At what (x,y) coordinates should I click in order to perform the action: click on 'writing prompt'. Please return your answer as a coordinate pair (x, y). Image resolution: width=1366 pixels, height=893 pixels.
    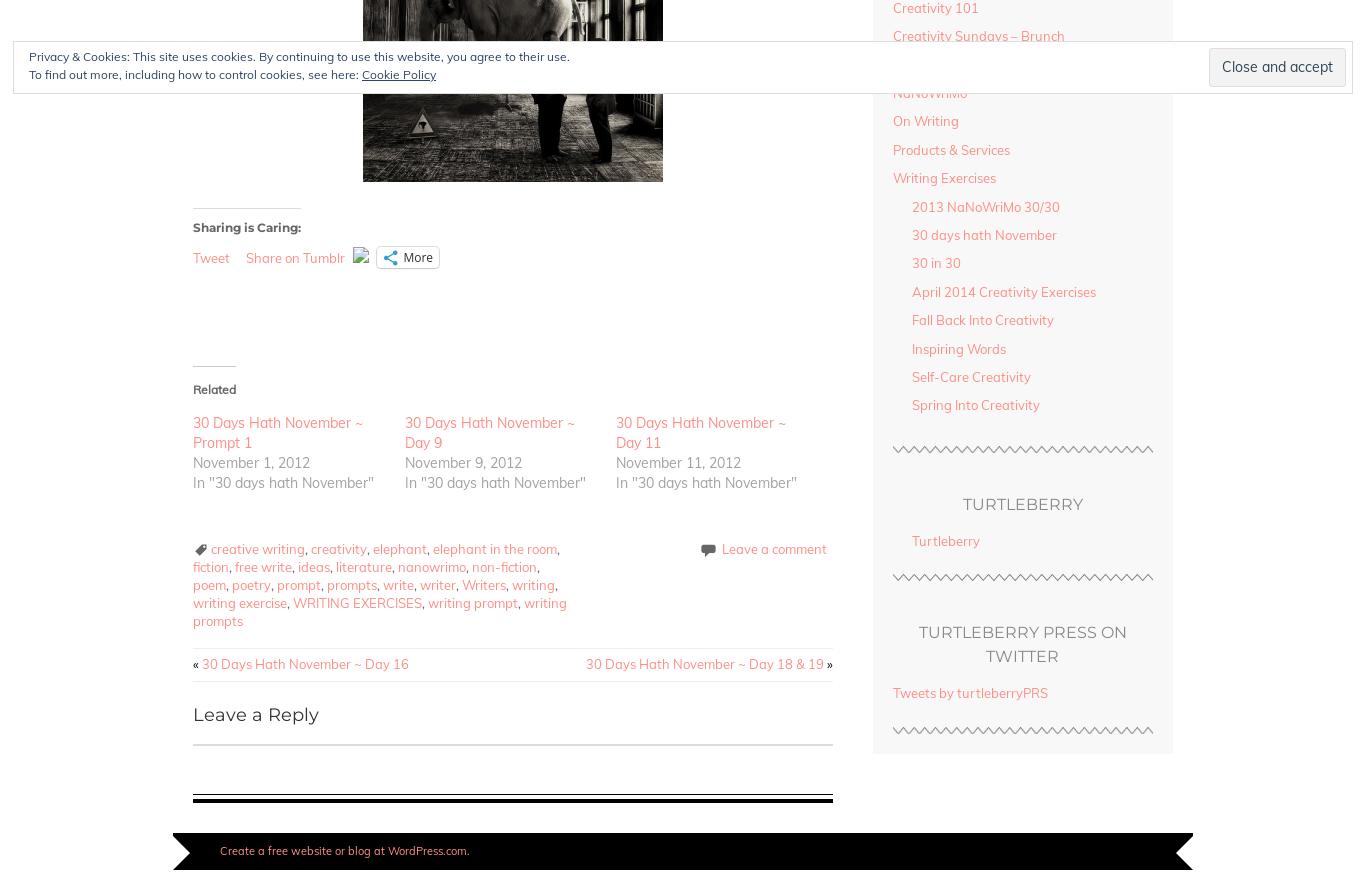
    Looking at the image, I should click on (473, 601).